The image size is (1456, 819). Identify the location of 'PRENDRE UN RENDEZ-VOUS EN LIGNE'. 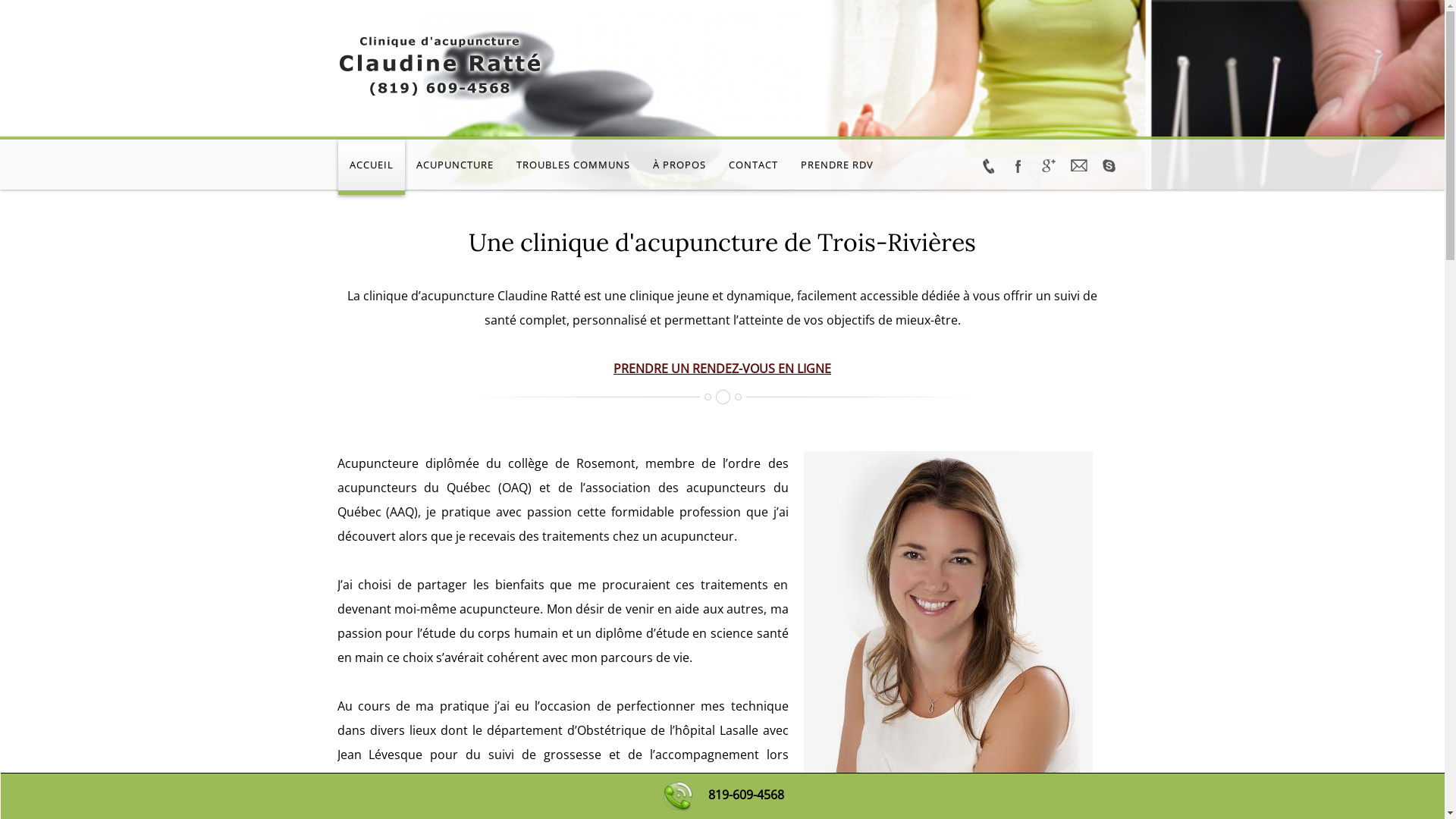
(721, 369).